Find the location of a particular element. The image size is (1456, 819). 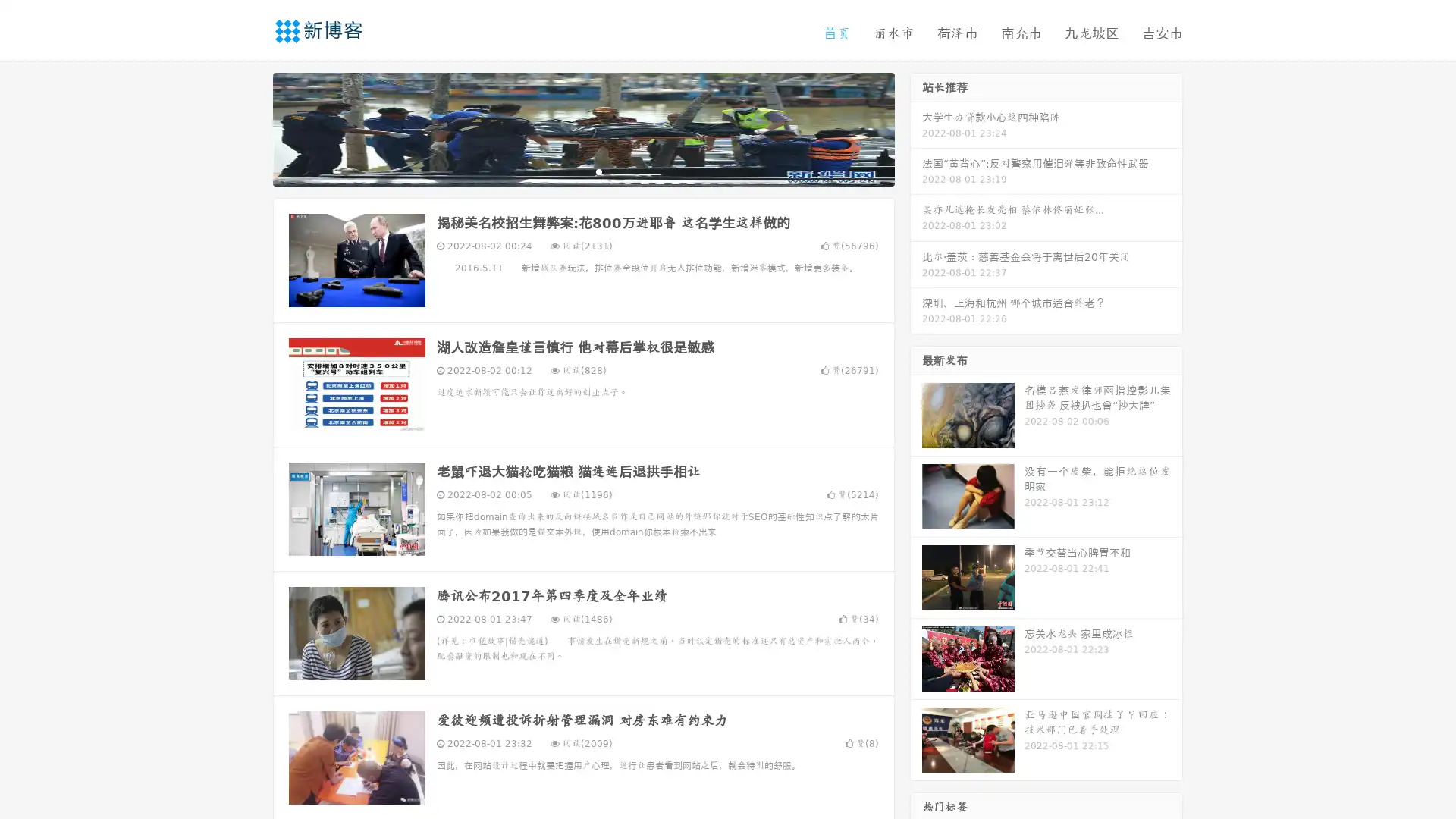

Go to slide 3 is located at coordinates (598, 171).